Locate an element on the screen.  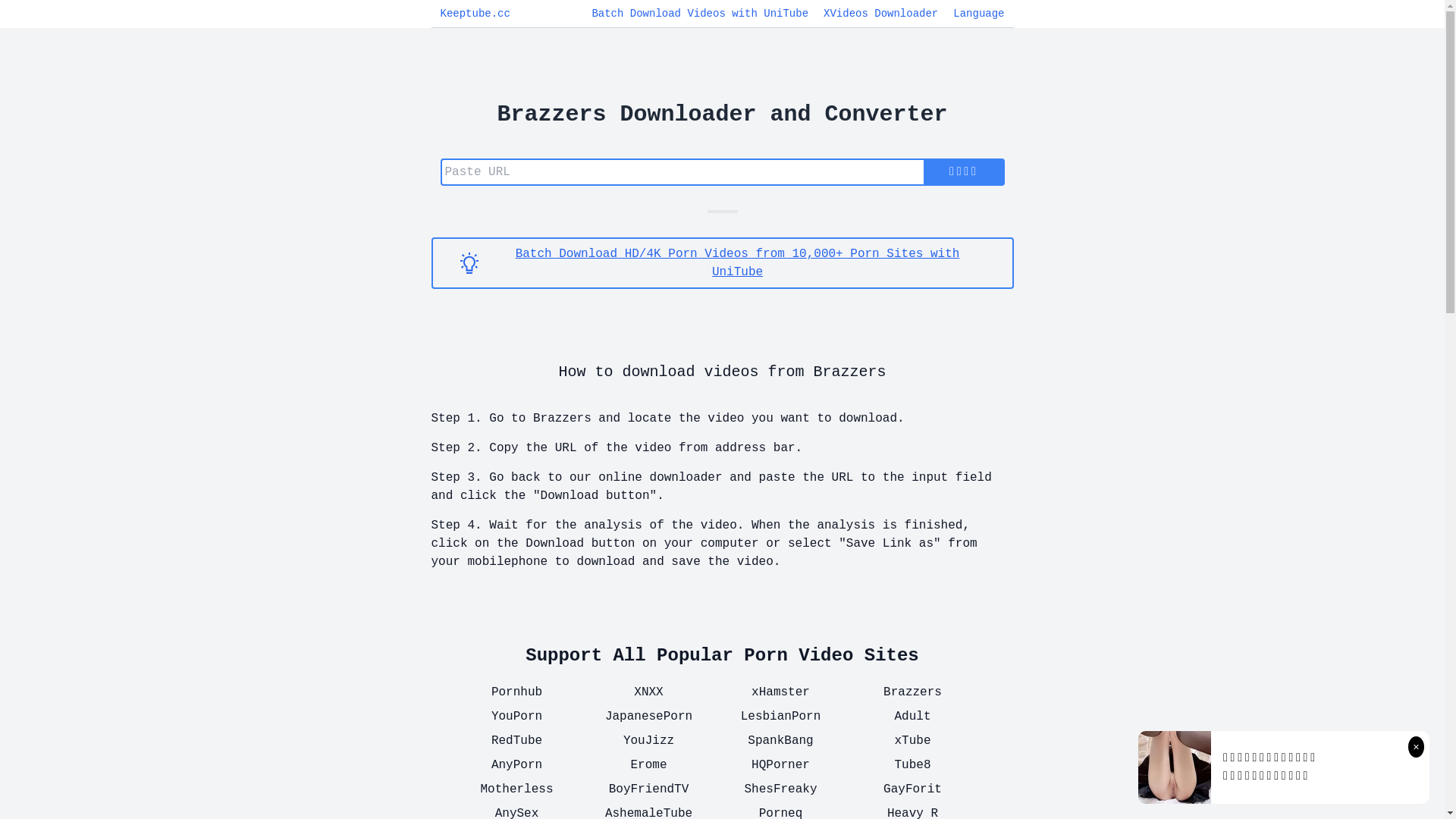
'GayForit' is located at coordinates (912, 789).